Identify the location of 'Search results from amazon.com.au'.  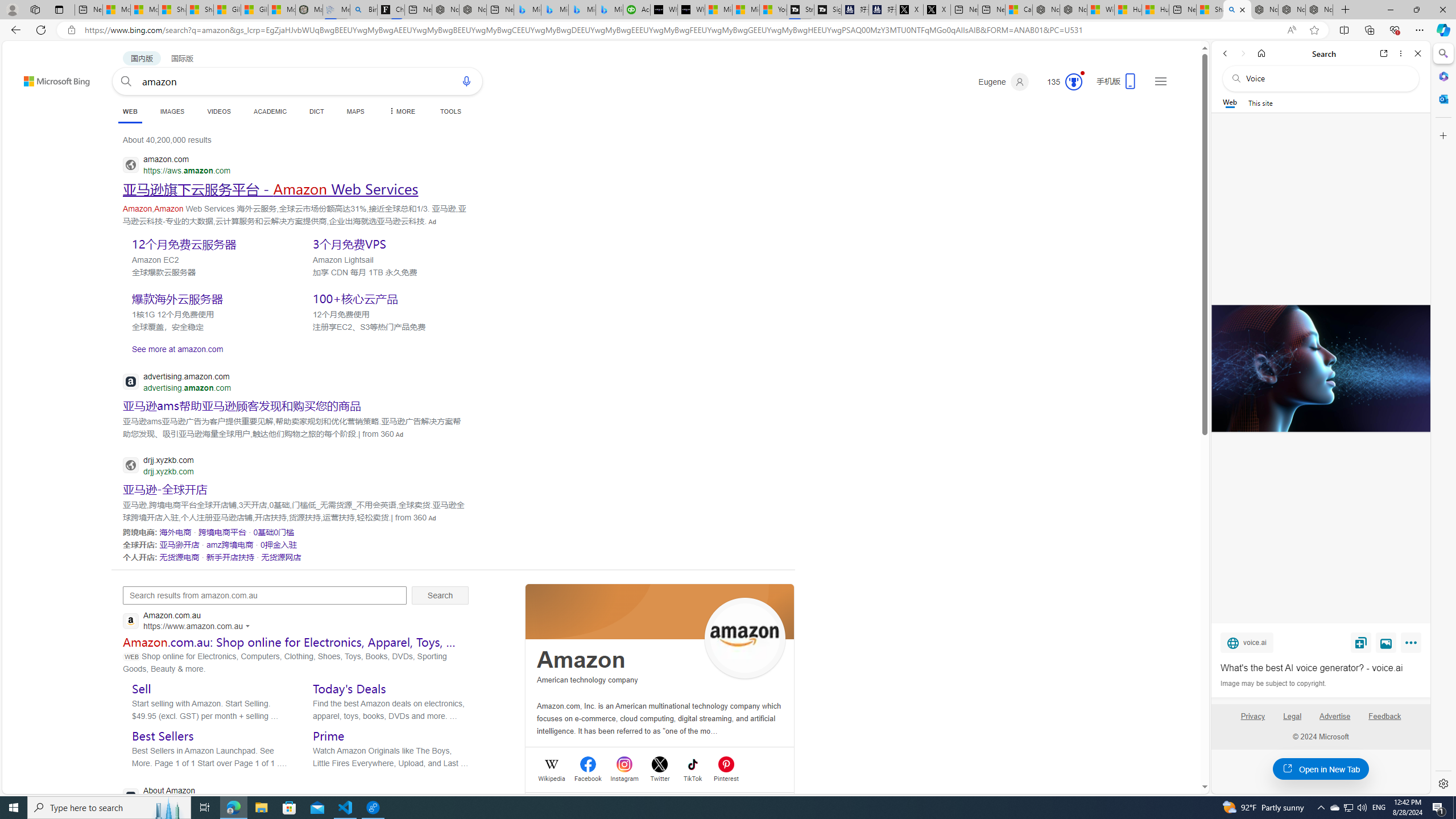
(264, 594).